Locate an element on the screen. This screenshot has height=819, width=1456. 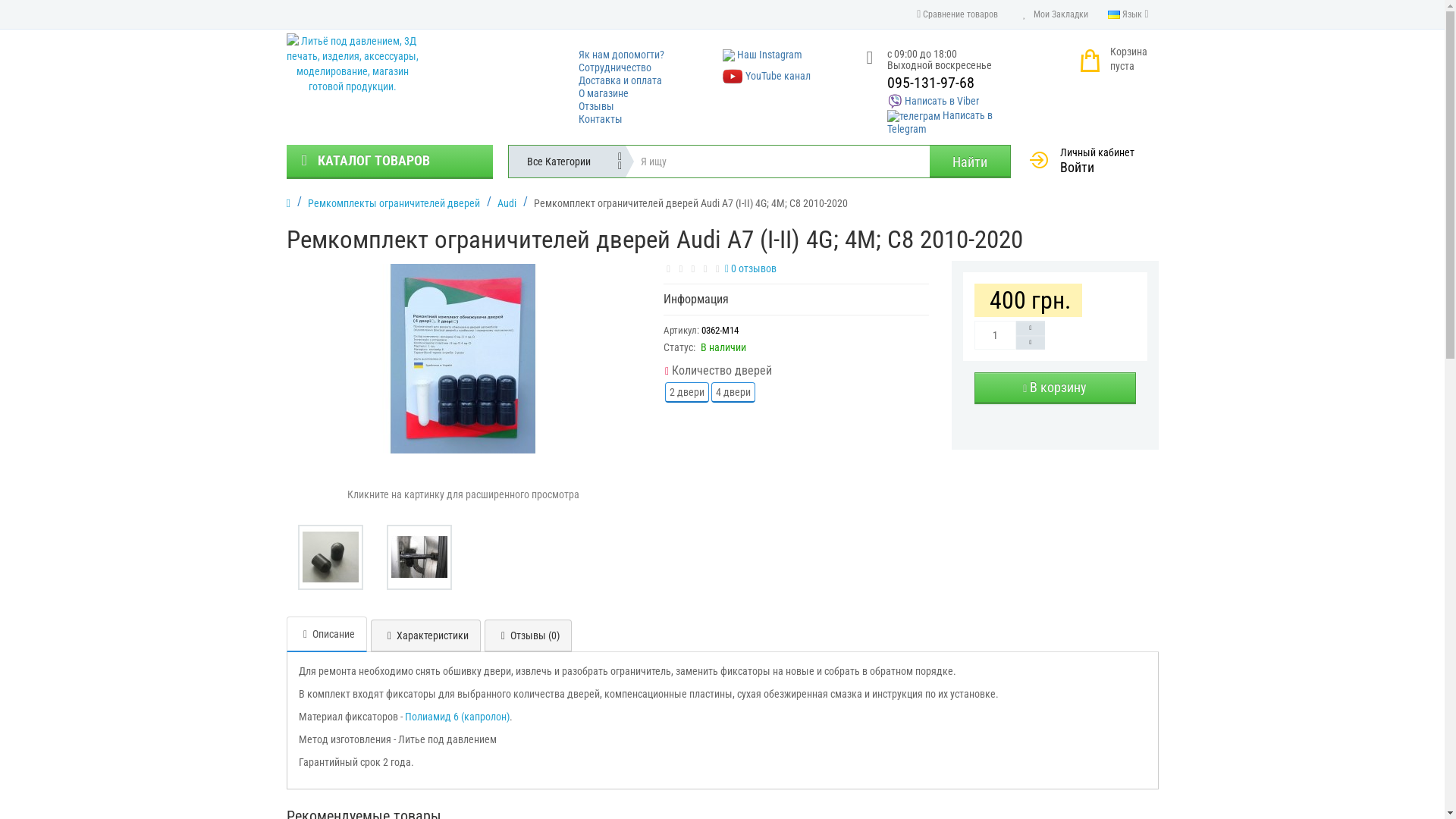
'Audi' is located at coordinates (507, 202).